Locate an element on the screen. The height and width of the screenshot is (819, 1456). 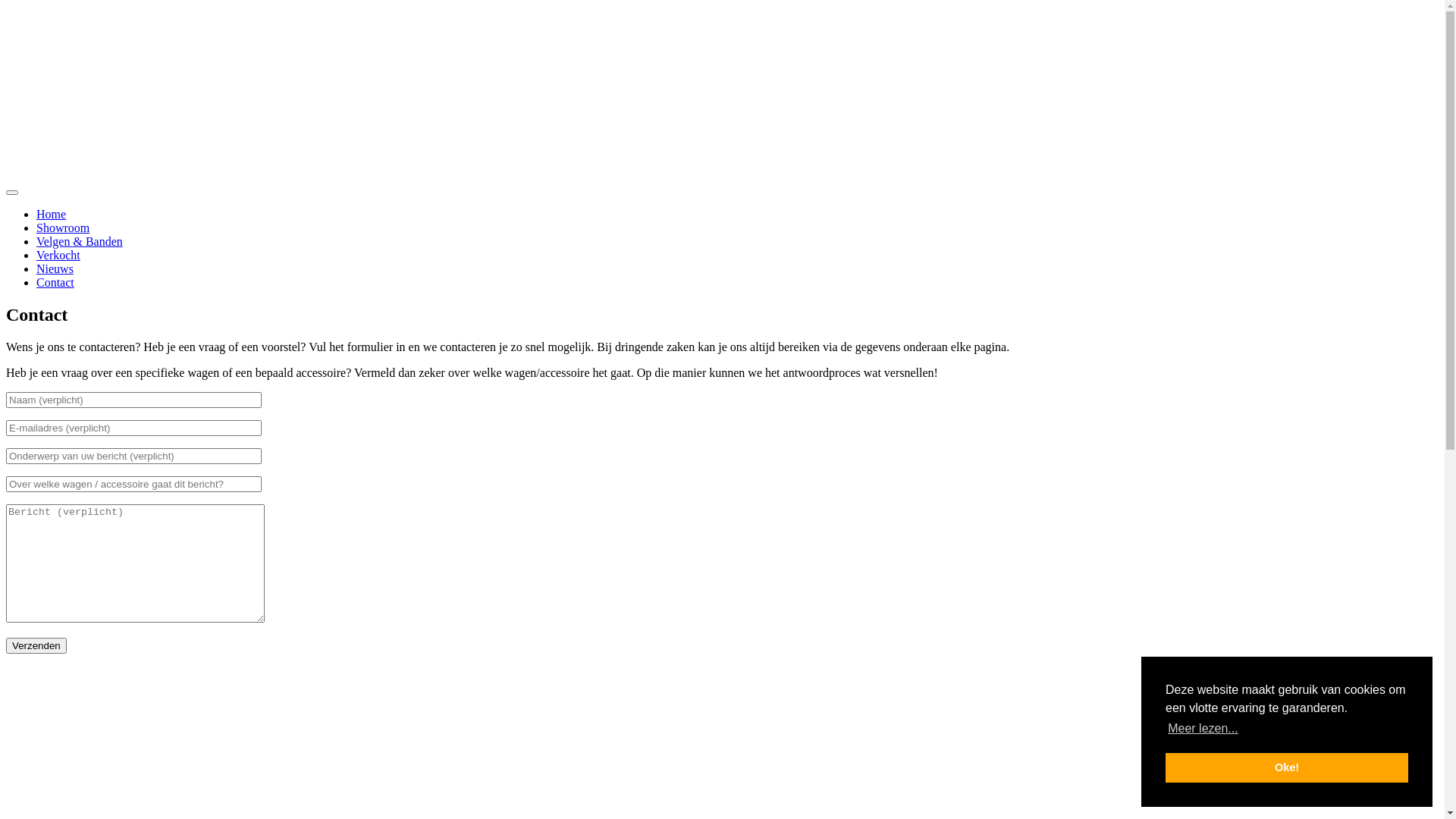
'Velgen & Banden' is located at coordinates (79, 240).